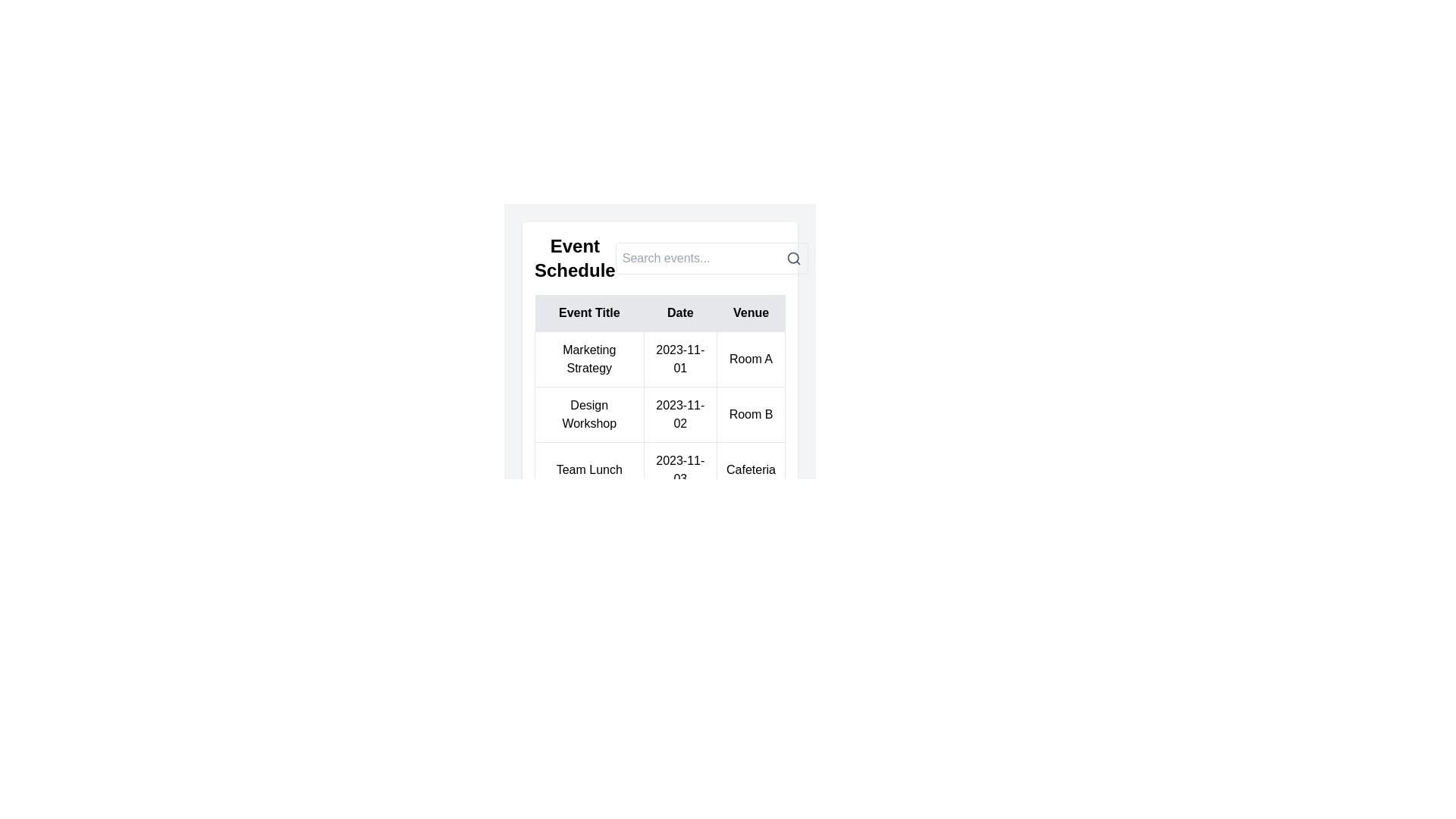  What do you see at coordinates (751, 312) in the screenshot?
I see `the 'Venue' column header, which is styled with a light gray background and bold sans-serif text, located in the header row of the table next to 'Event Title' and 'Date'` at bounding box center [751, 312].